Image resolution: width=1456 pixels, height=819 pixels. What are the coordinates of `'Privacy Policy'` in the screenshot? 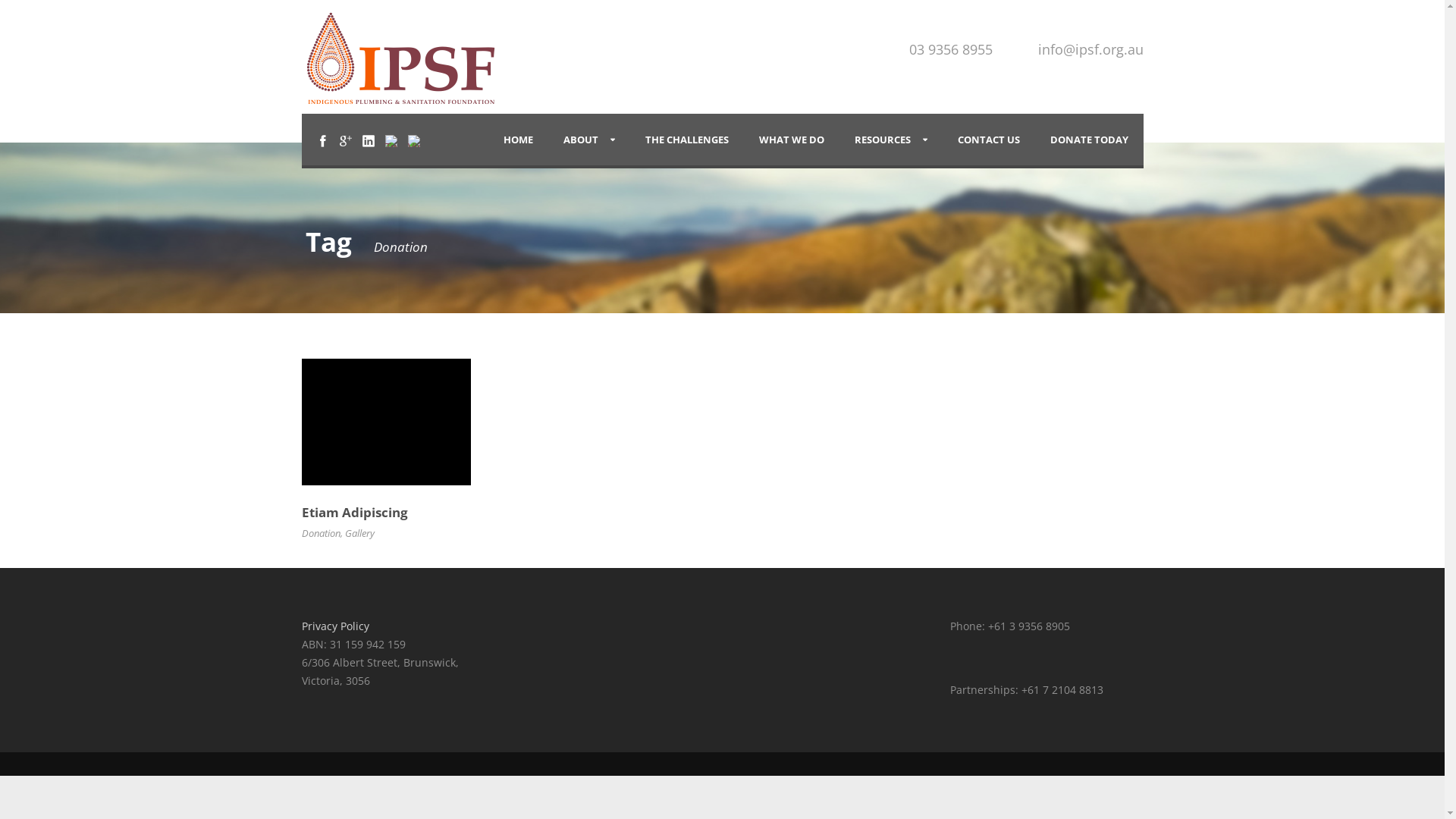 It's located at (334, 626).